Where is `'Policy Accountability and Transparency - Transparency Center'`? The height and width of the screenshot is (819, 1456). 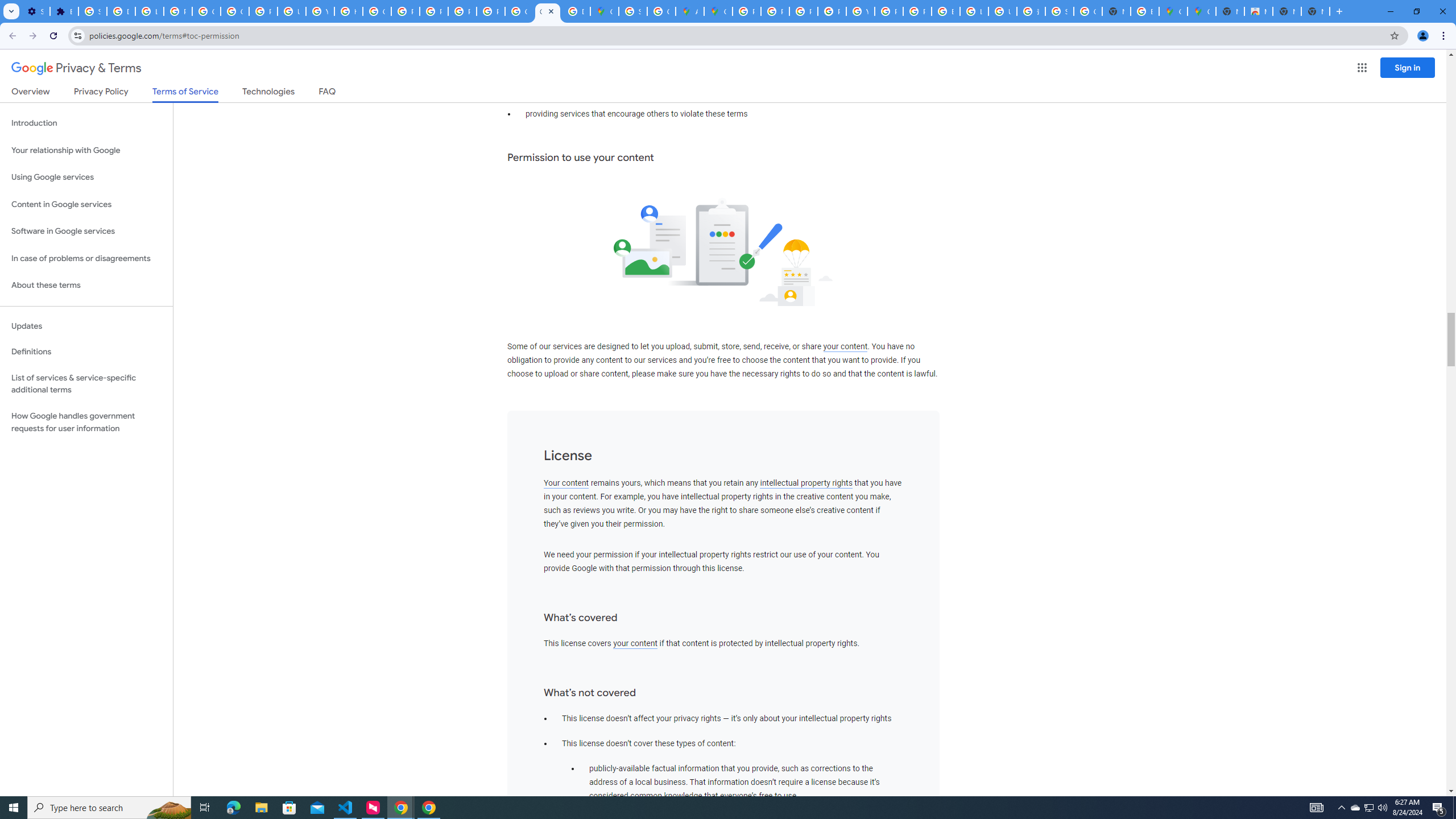 'Policy Accountability and Transparency - Transparency Center' is located at coordinates (746, 11).